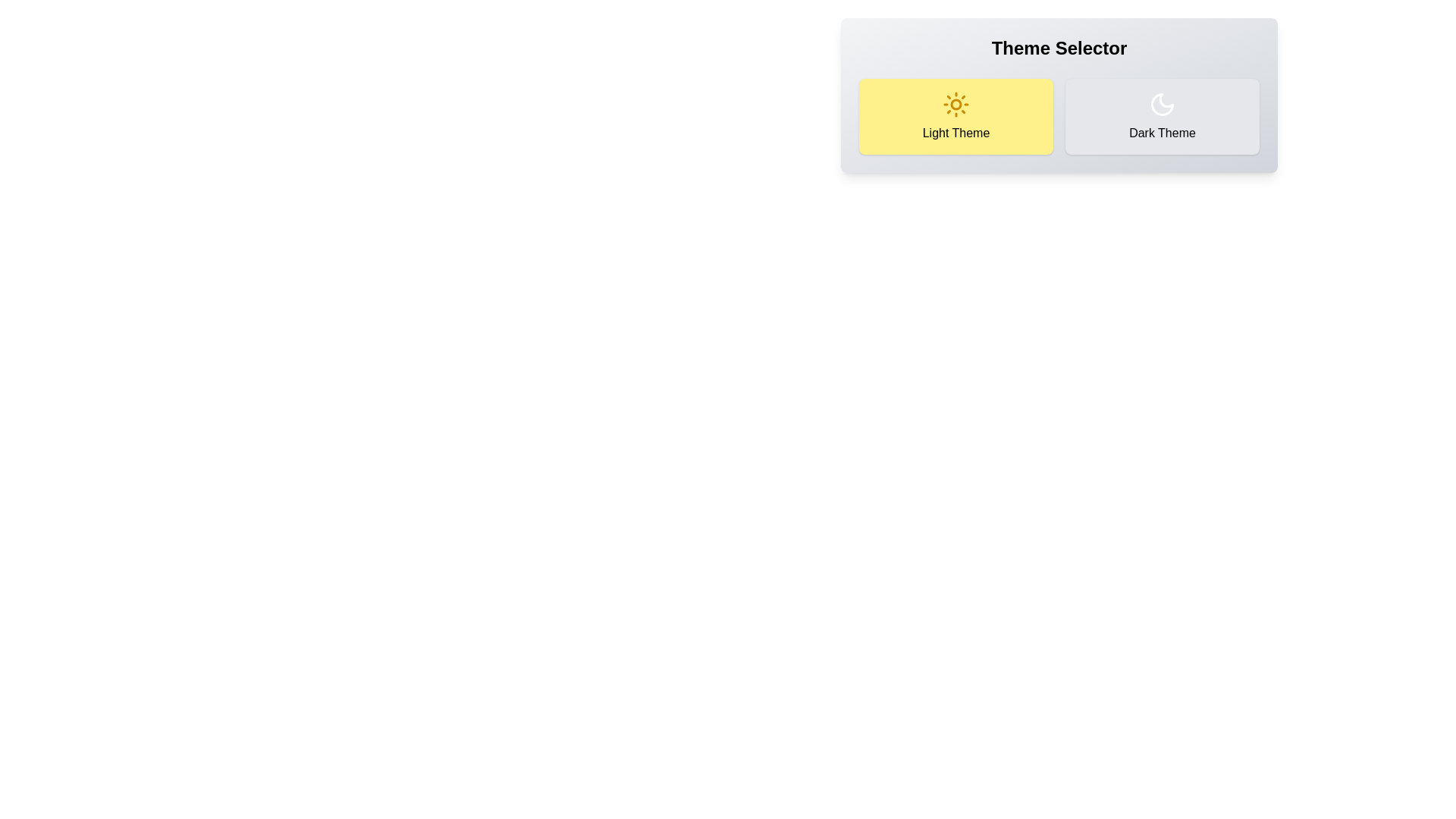 This screenshot has width=1456, height=819. I want to click on the 'Dark Theme' button to select the dark theme, so click(1161, 116).